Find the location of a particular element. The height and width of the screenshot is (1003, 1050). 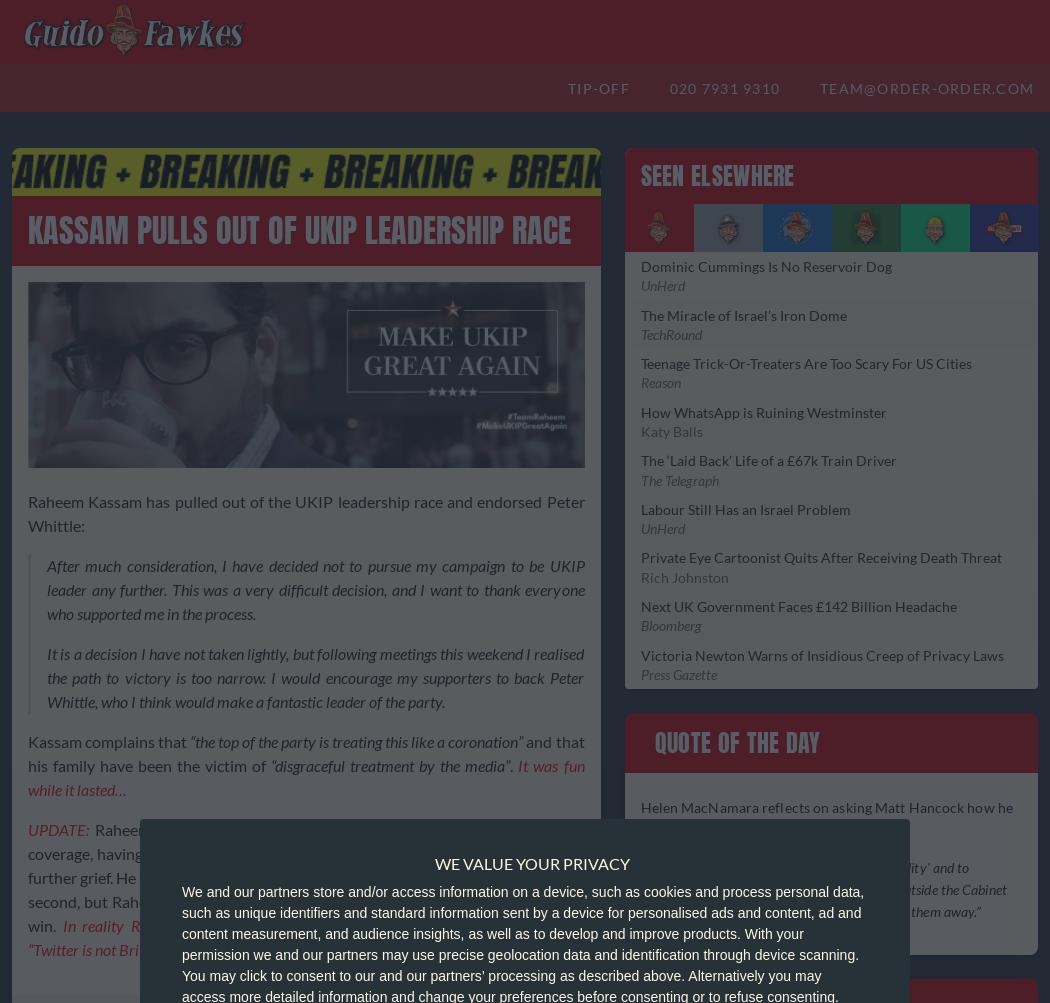

'.' is located at coordinates (512, 763).